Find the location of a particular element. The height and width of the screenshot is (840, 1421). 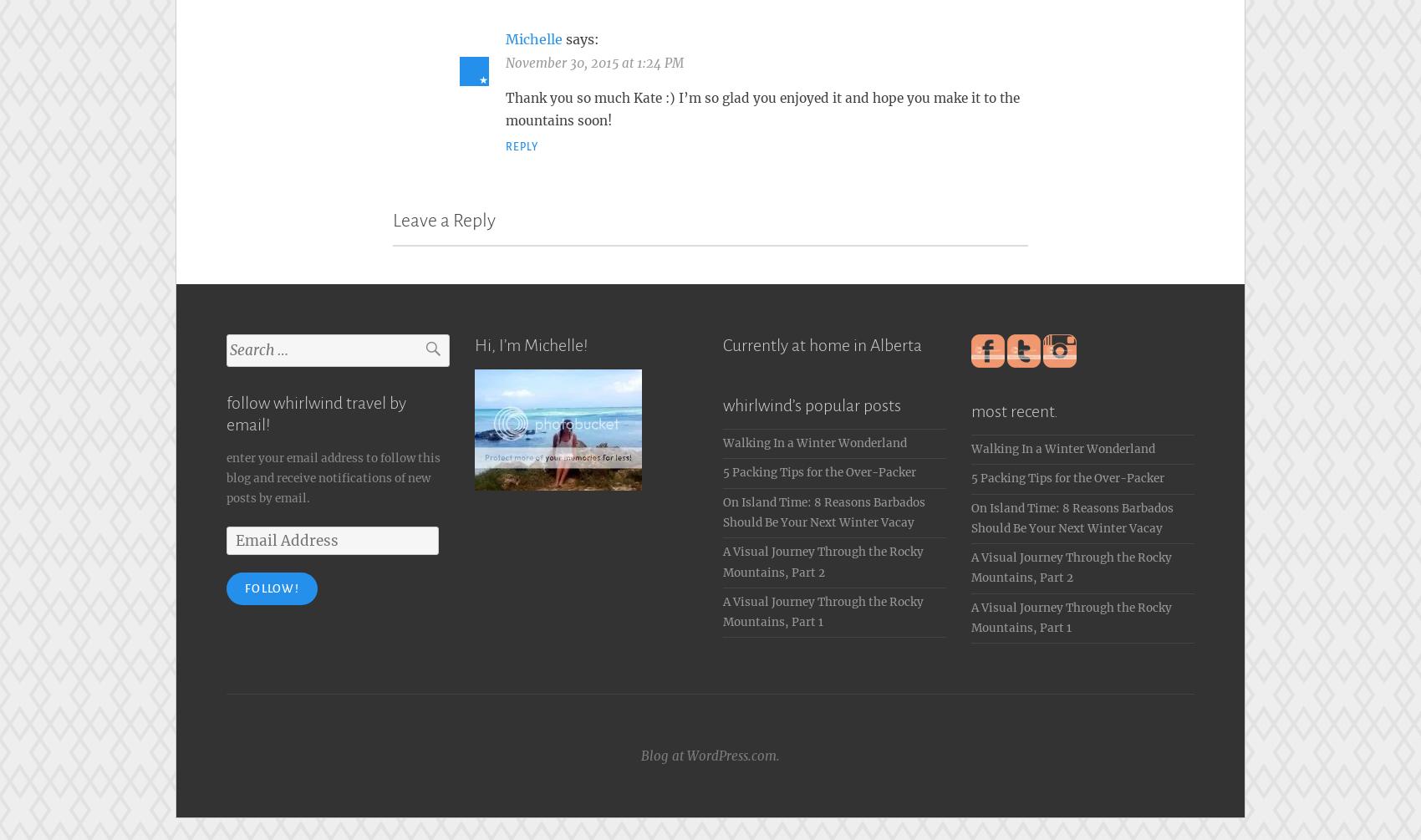

'follow whirlwind travel by email!' is located at coordinates (315, 409).